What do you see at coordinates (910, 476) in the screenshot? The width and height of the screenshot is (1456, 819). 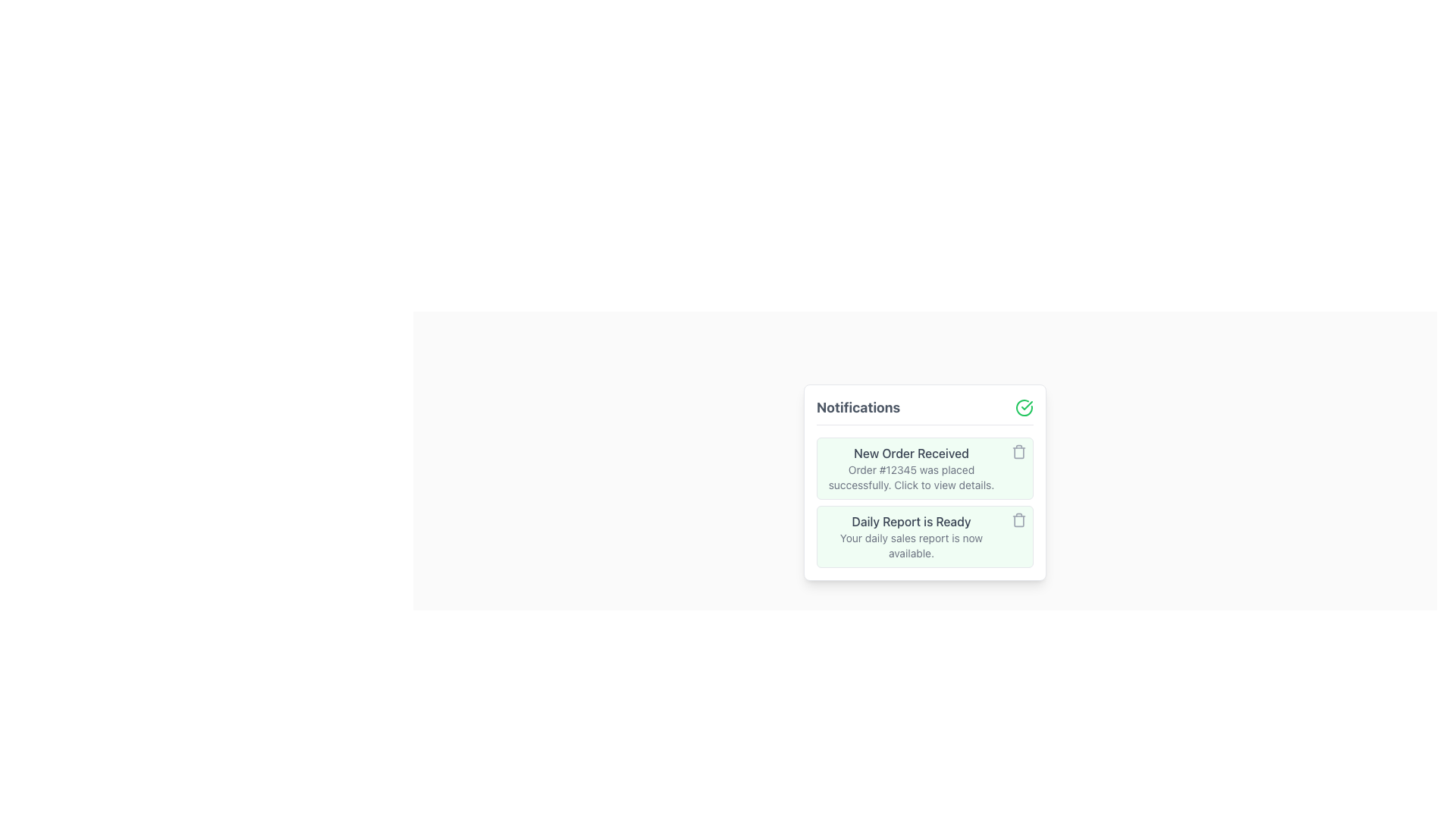 I see `text label that provides details about the new order notification, which is located below the heading 'New Order Received' in the notification panel` at bounding box center [910, 476].